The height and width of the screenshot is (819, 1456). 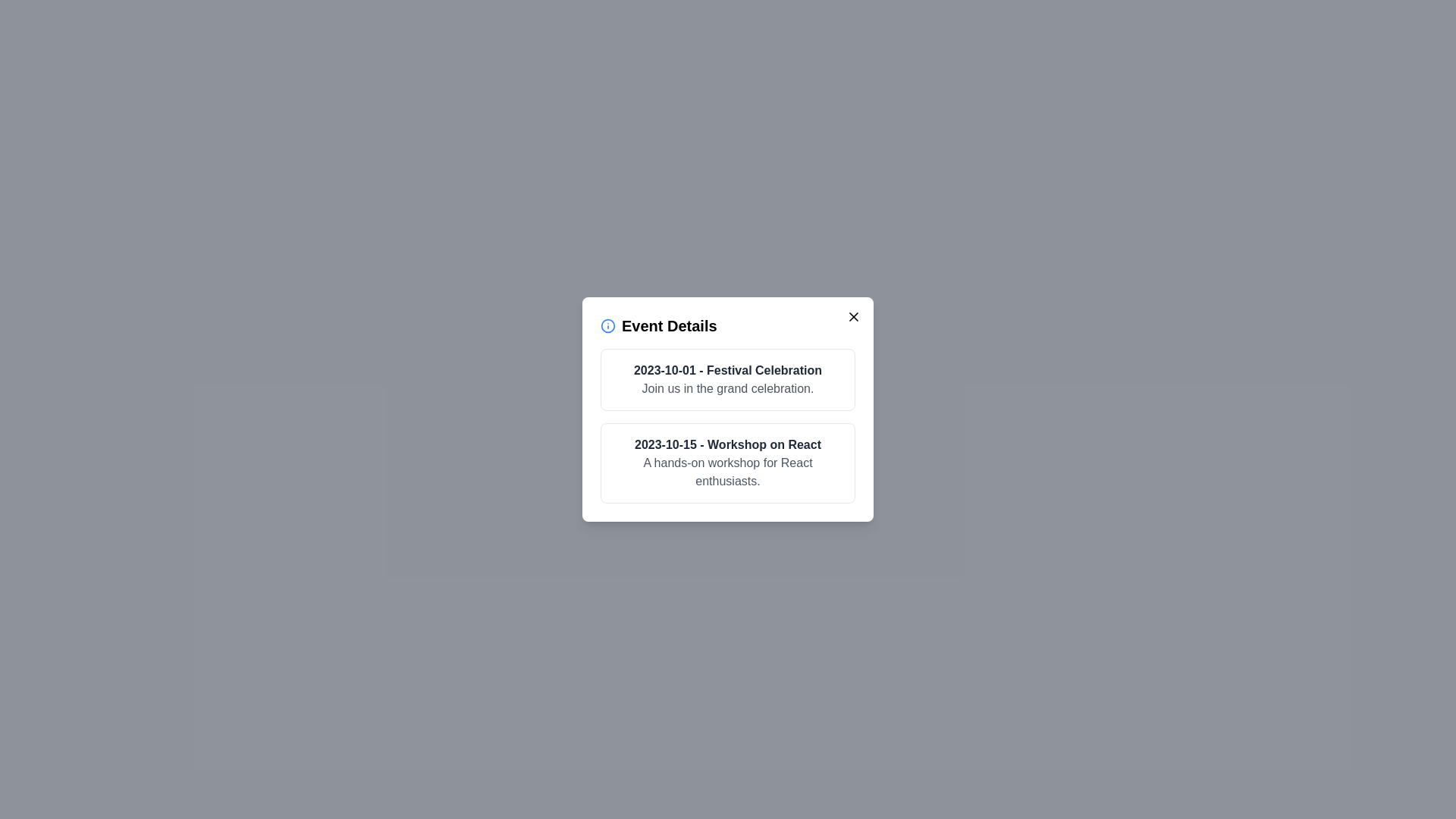 What do you see at coordinates (854, 315) in the screenshot?
I see `the close button to close the dialog` at bounding box center [854, 315].